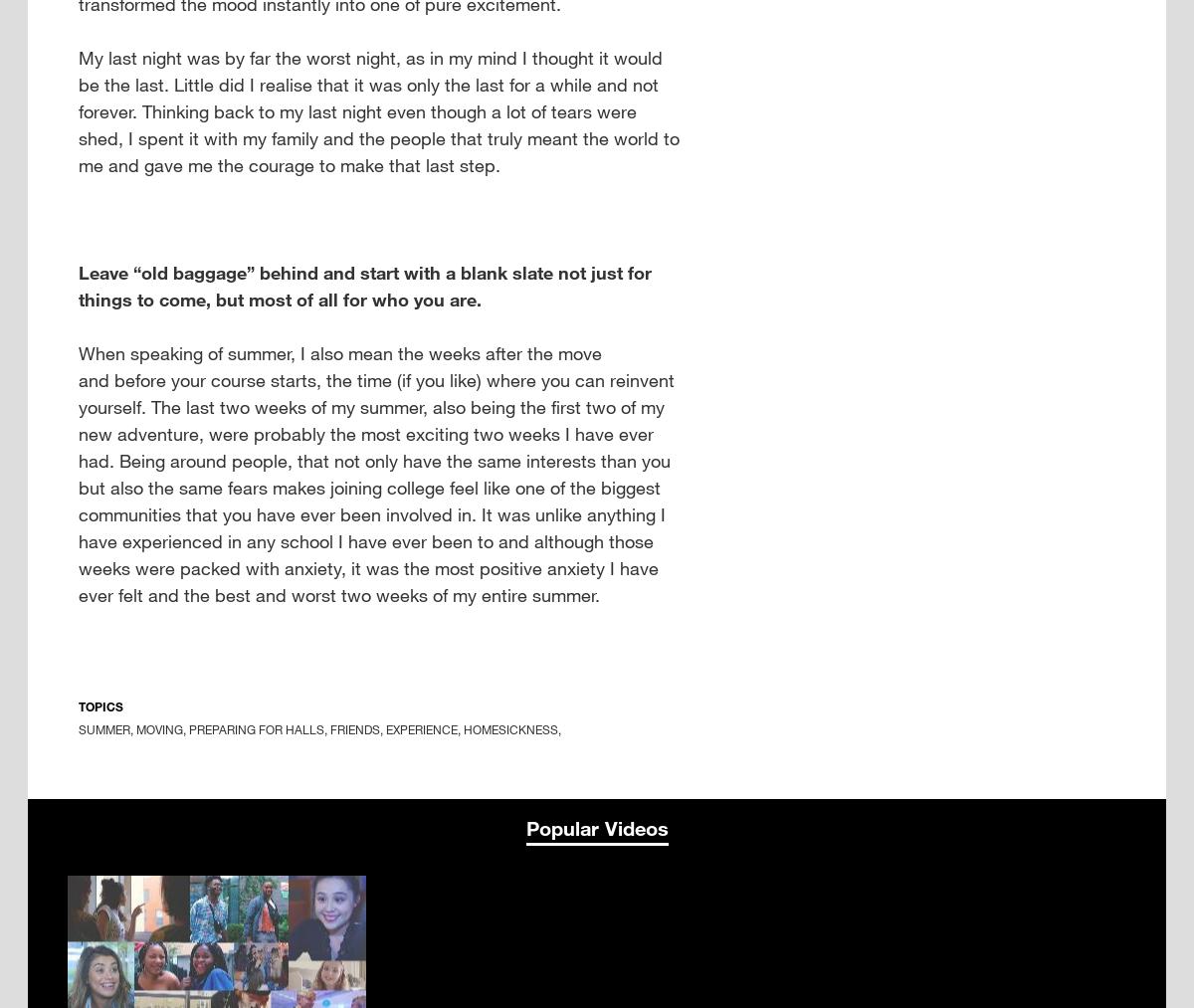 Image resolution: width=1194 pixels, height=1008 pixels. What do you see at coordinates (364, 284) in the screenshot?
I see `'Leave “old baggage” behind and start with a blank slate not just for things to come, but most of all for who you are.'` at bounding box center [364, 284].